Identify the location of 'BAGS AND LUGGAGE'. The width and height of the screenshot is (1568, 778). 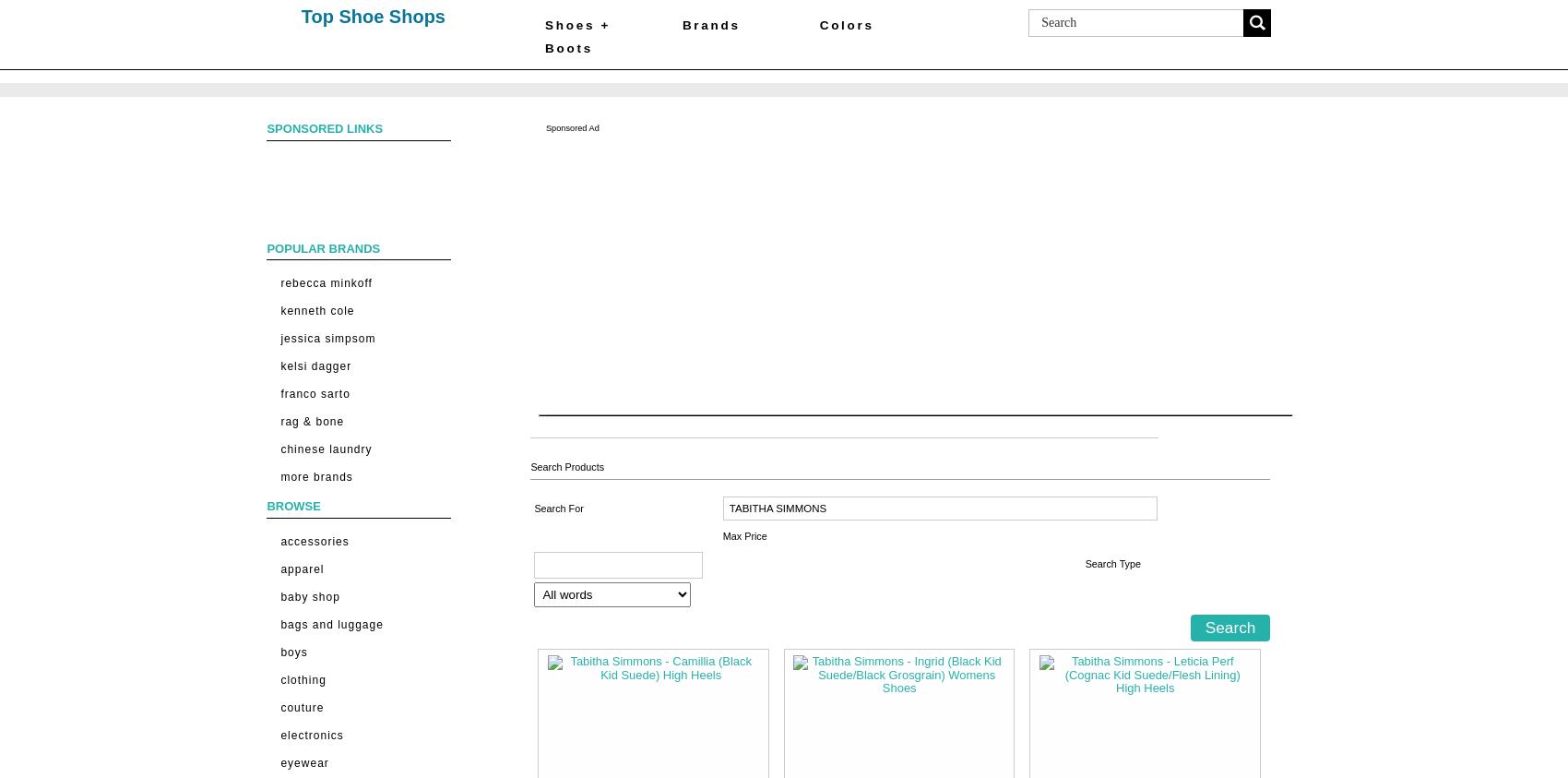
(330, 623).